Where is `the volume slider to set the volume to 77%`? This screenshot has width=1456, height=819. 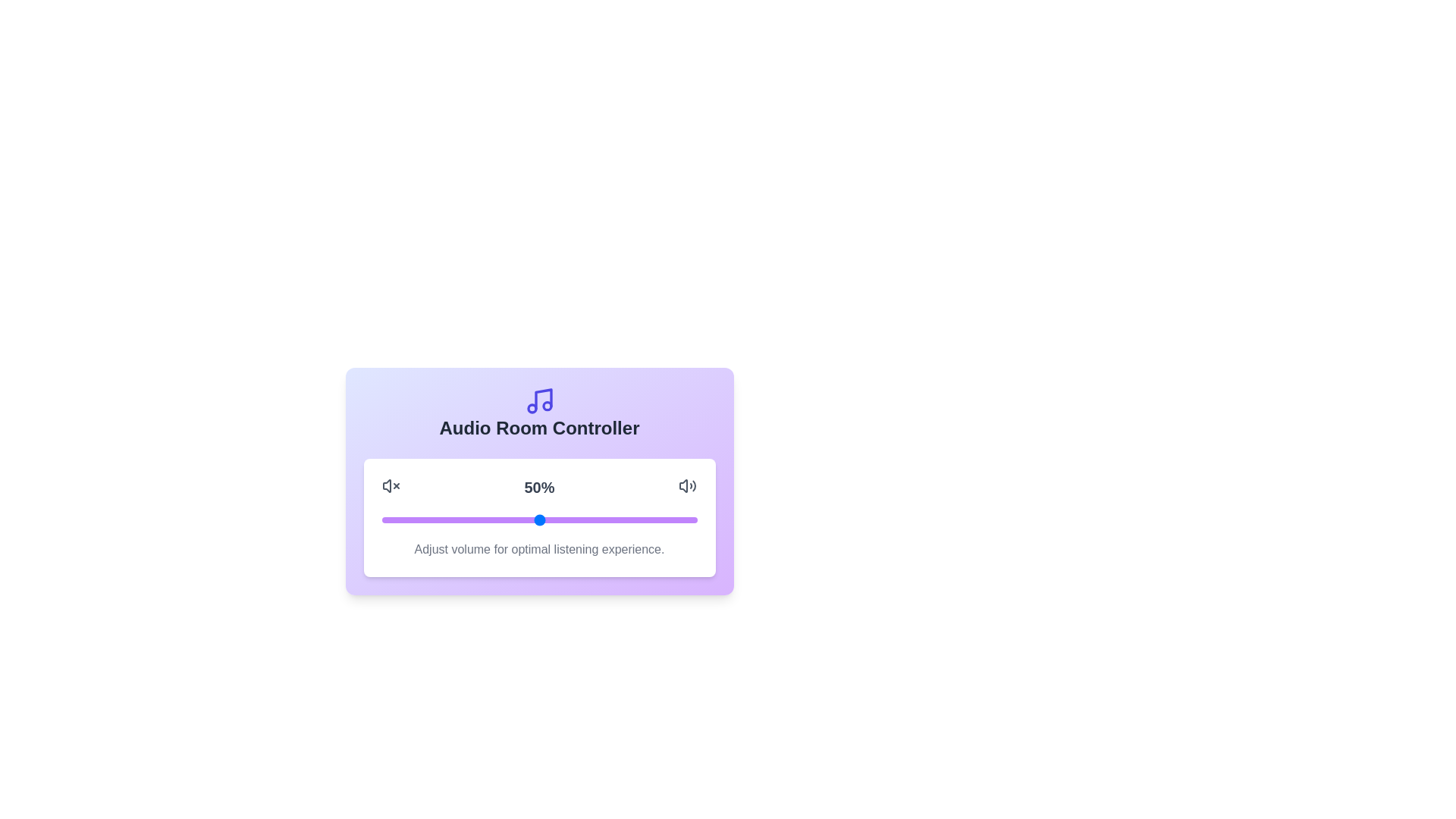
the volume slider to set the volume to 77% is located at coordinates (624, 519).